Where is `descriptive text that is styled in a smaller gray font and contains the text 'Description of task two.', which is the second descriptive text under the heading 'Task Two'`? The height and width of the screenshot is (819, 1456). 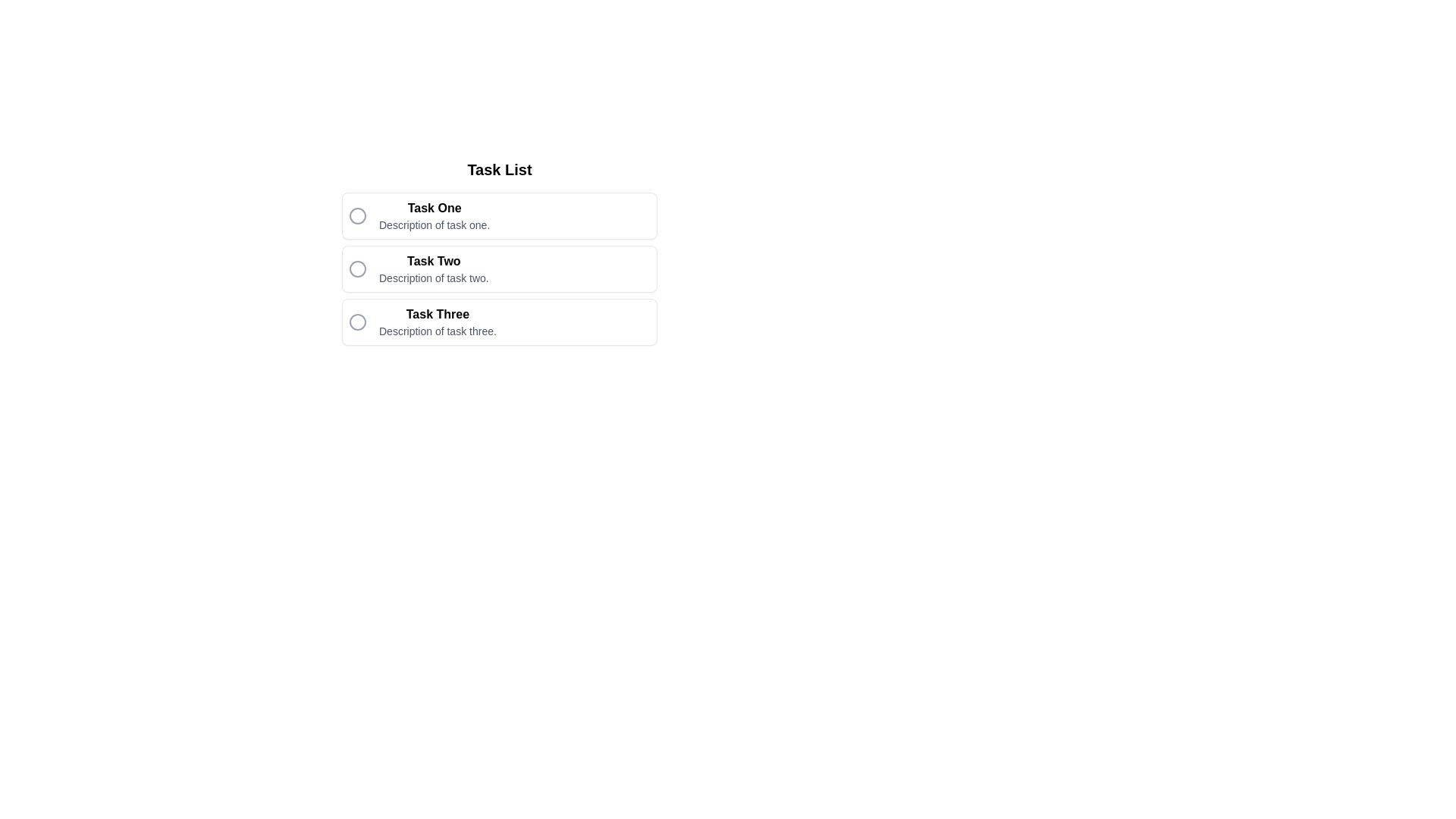 descriptive text that is styled in a smaller gray font and contains the text 'Description of task two.', which is the second descriptive text under the heading 'Task Two' is located at coordinates (433, 278).